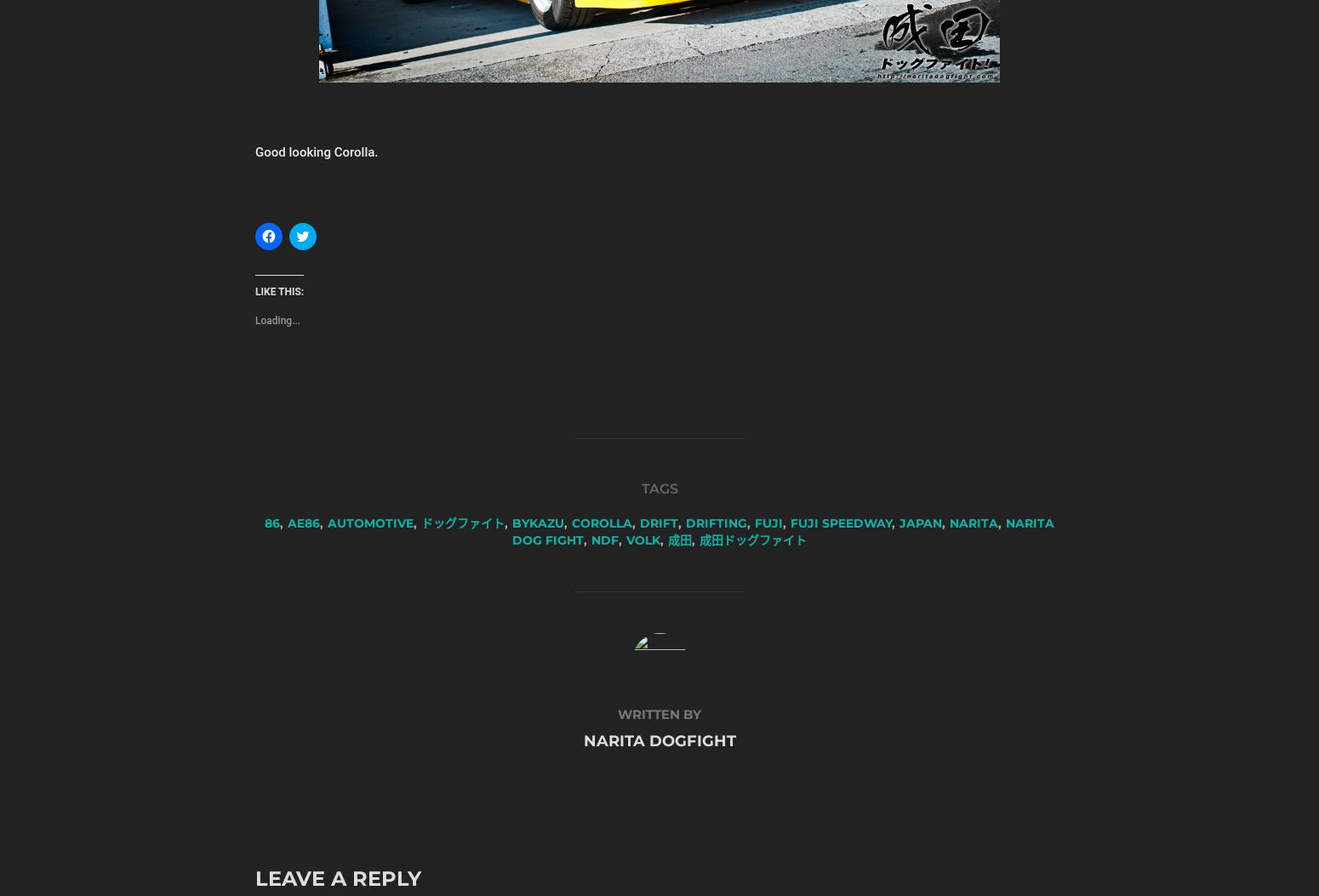 This screenshot has width=1319, height=896. What do you see at coordinates (659, 713) in the screenshot?
I see `'Written by'` at bounding box center [659, 713].